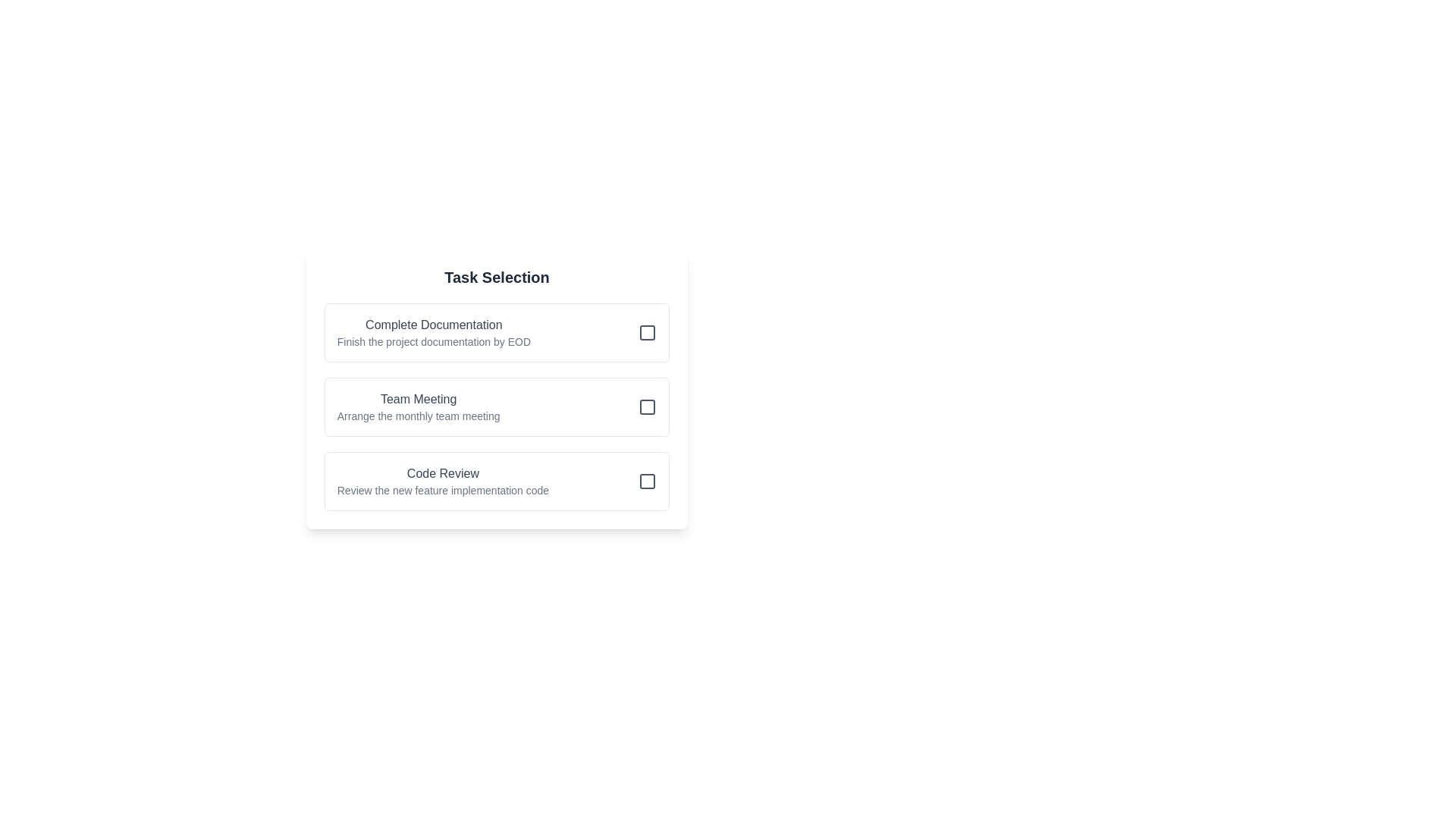  Describe the element at coordinates (433, 332) in the screenshot. I see `the static text block titled 'Complete Documentation' which describes the task to finish the project documentation by EOD` at that location.